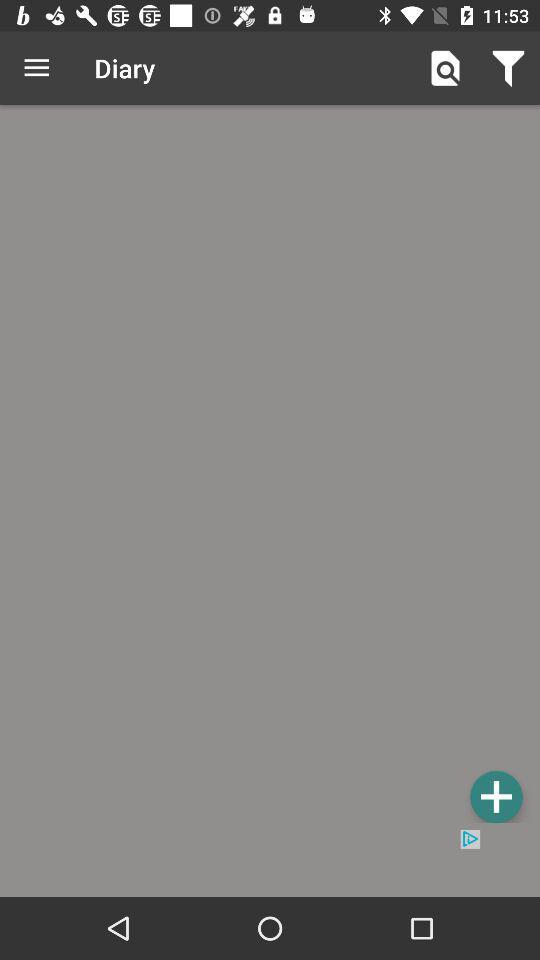 The height and width of the screenshot is (960, 540). I want to click on the add icon, so click(495, 796).